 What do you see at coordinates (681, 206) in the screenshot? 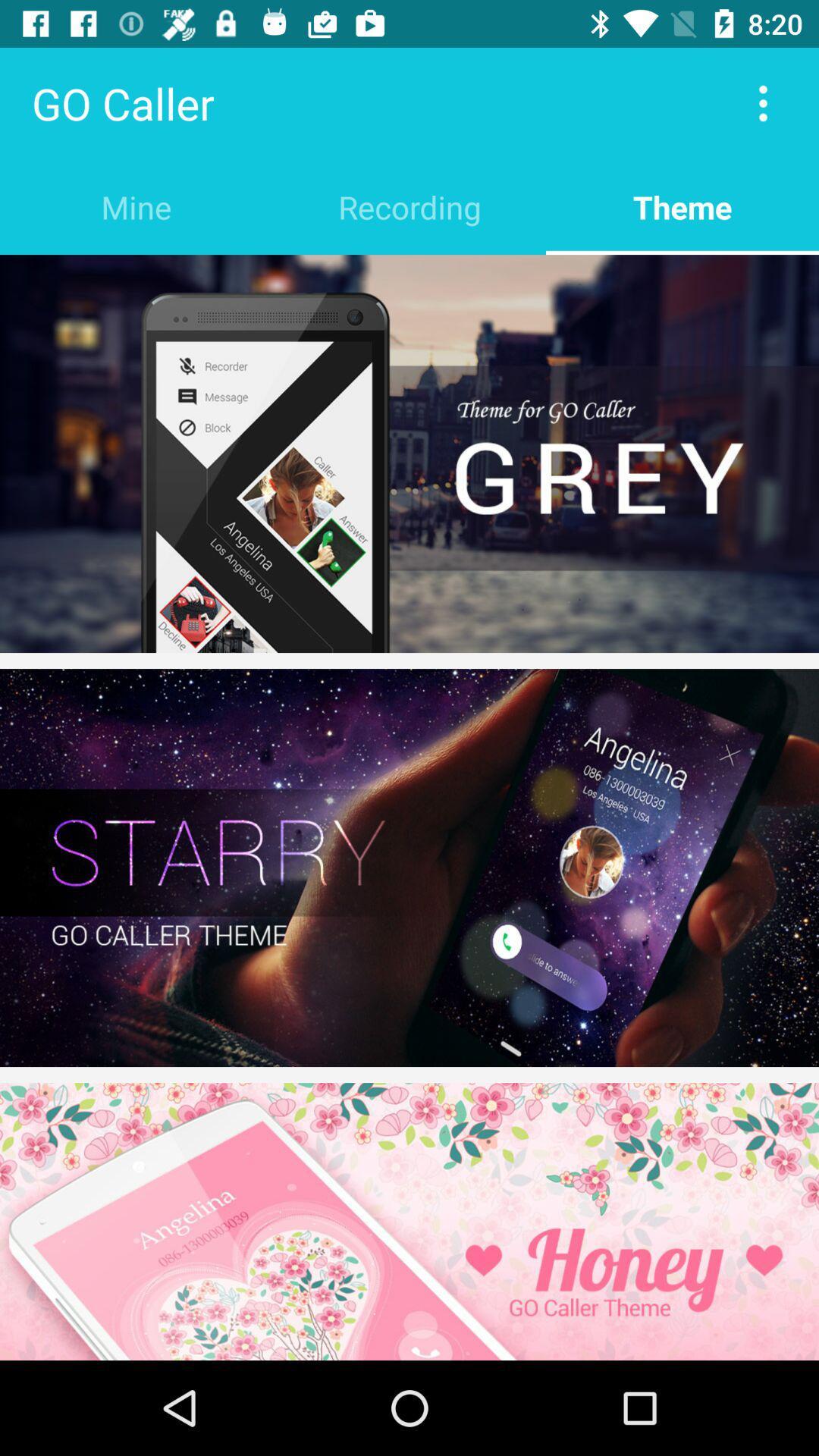
I see `icon next to recording item` at bounding box center [681, 206].